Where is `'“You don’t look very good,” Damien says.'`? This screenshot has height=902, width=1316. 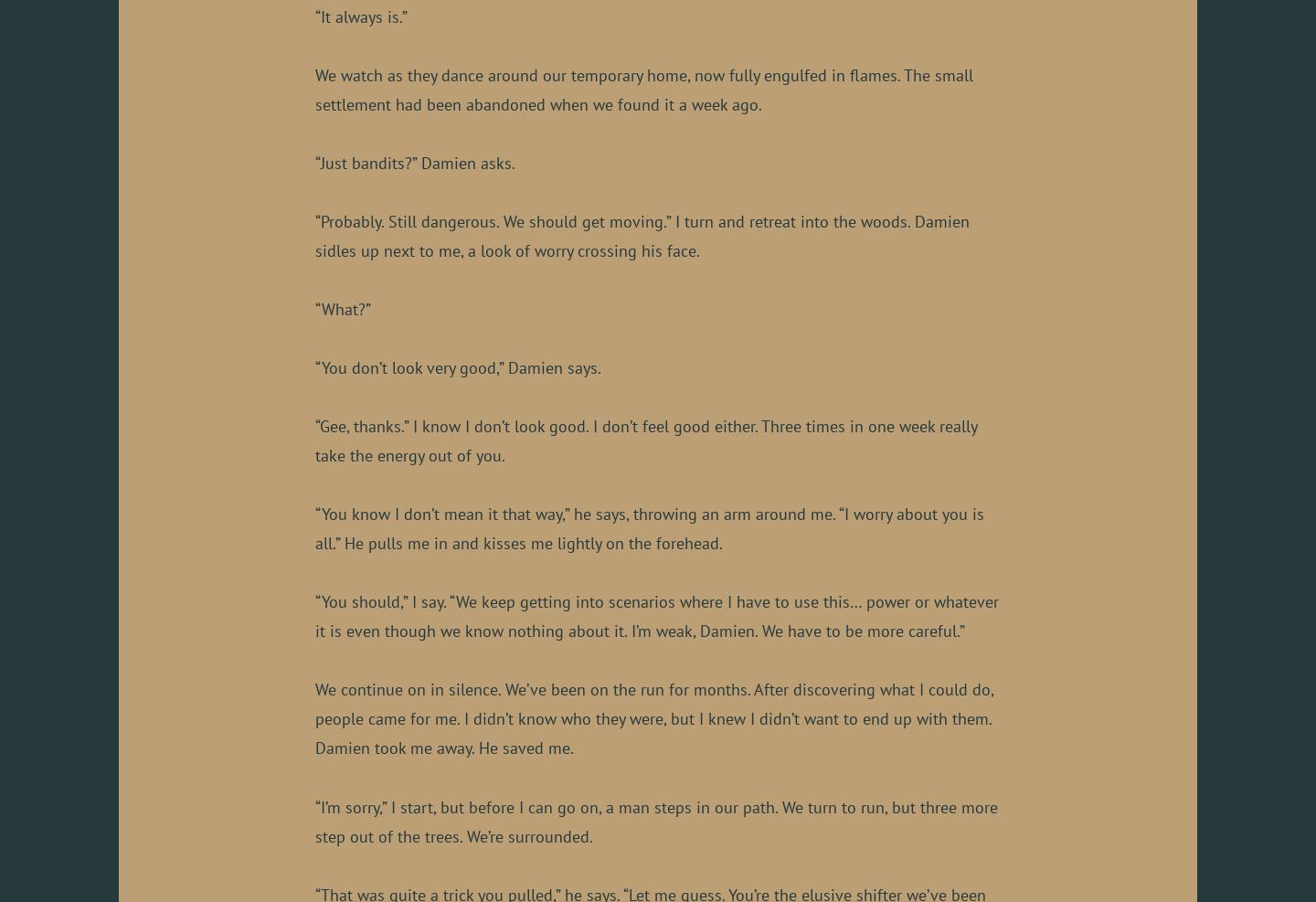 '“You don’t look very good,” Damien says.' is located at coordinates (315, 367).